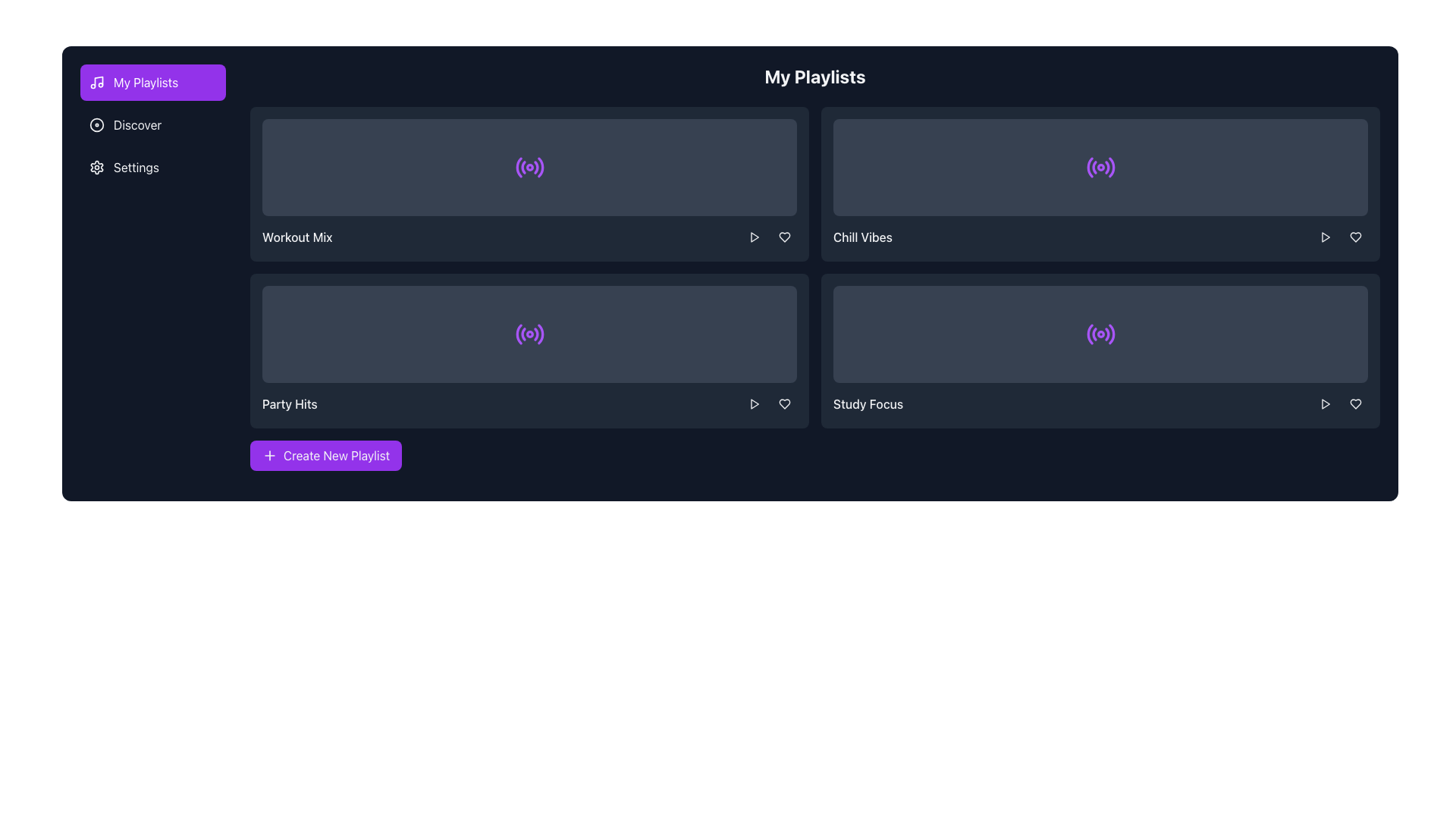 The height and width of the screenshot is (819, 1456). I want to click on the larger circular SVG graphic located in the navigation sidebar next to the 'Discover' option, so click(96, 124).